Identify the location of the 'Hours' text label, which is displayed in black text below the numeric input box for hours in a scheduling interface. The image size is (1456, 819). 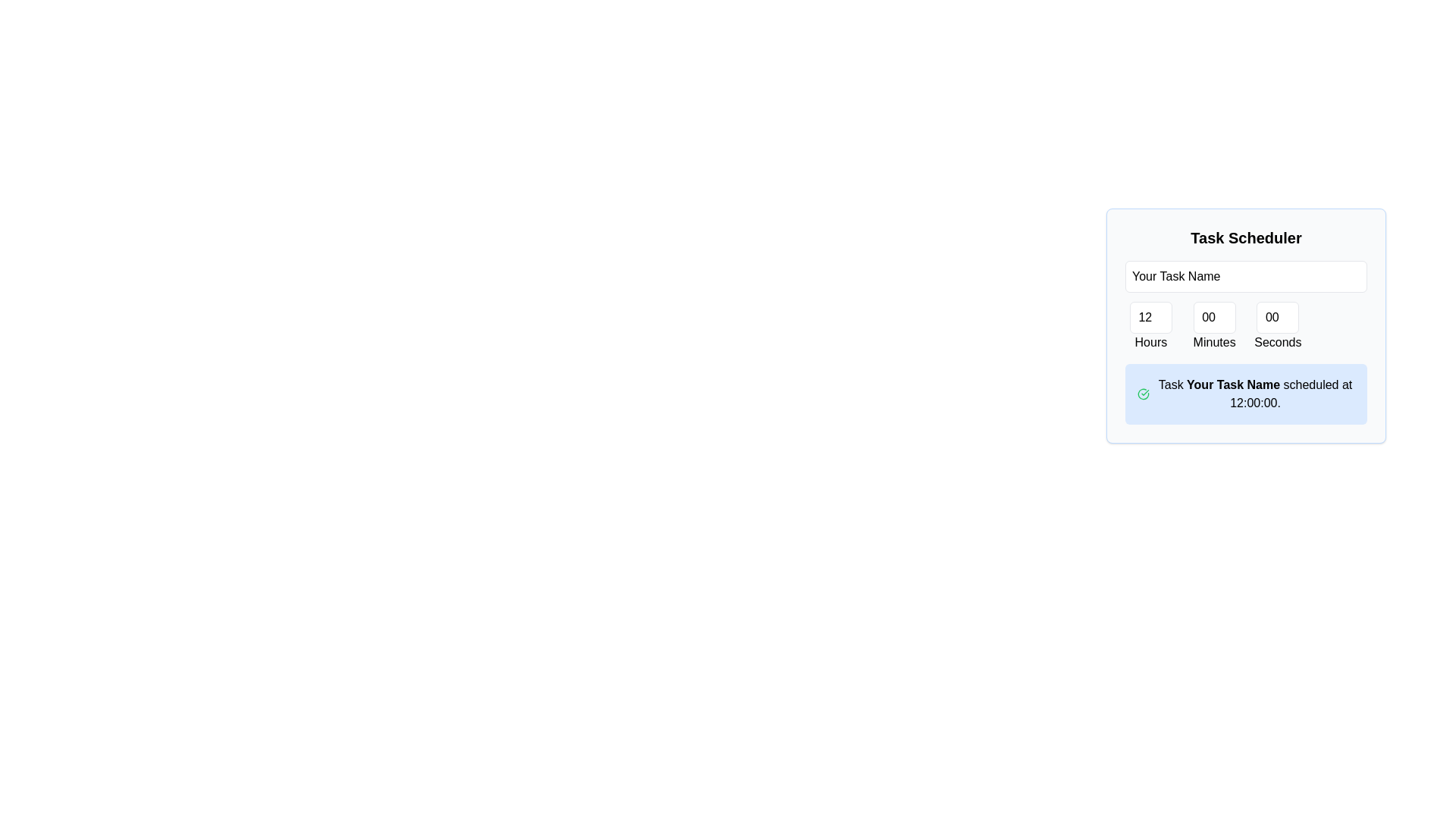
(1150, 342).